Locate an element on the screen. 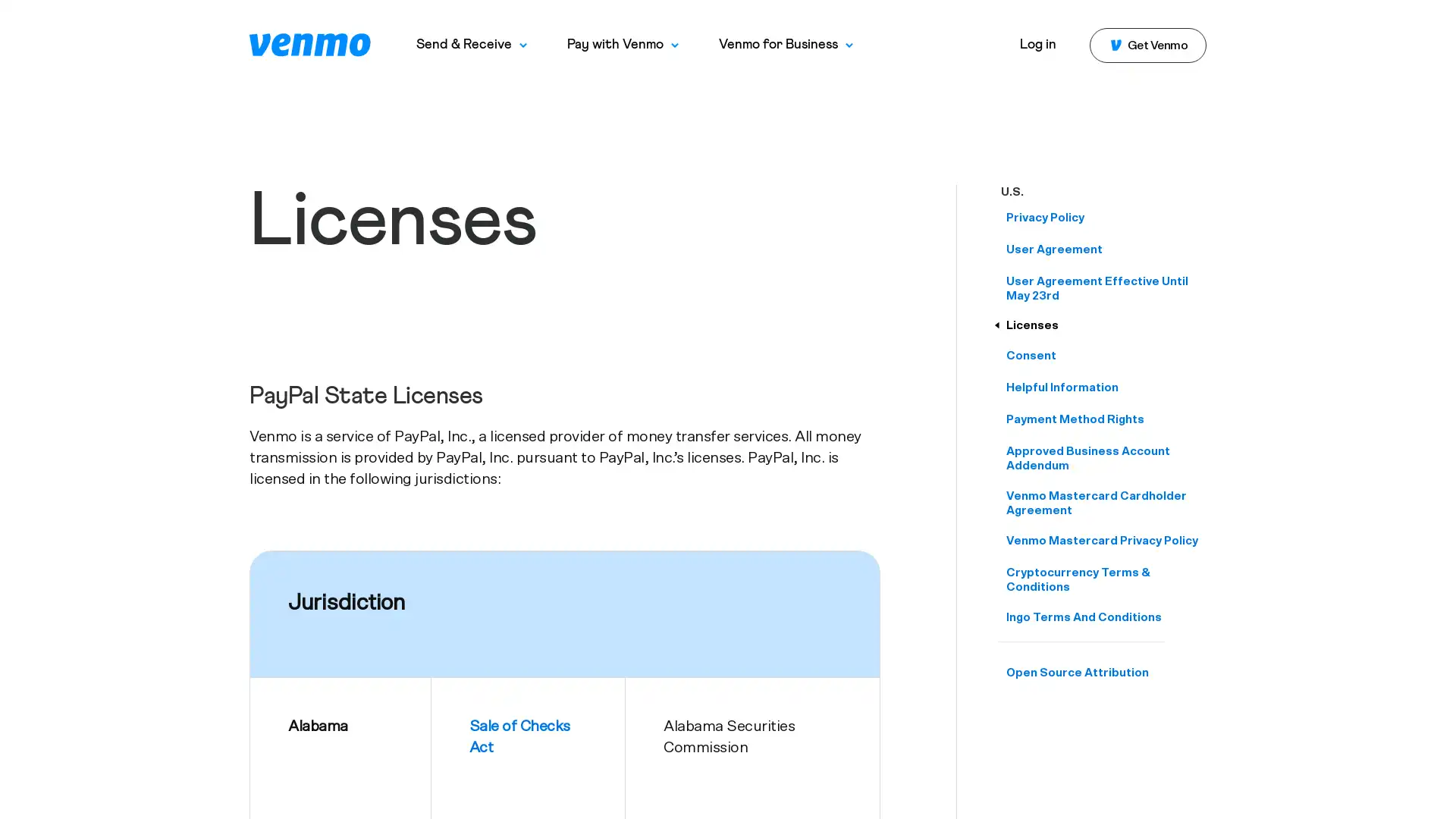 Image resolution: width=1456 pixels, height=819 pixels. Terms tab name - Venmo Mastercard Cardholder Agreement is located at coordinates (1106, 503).